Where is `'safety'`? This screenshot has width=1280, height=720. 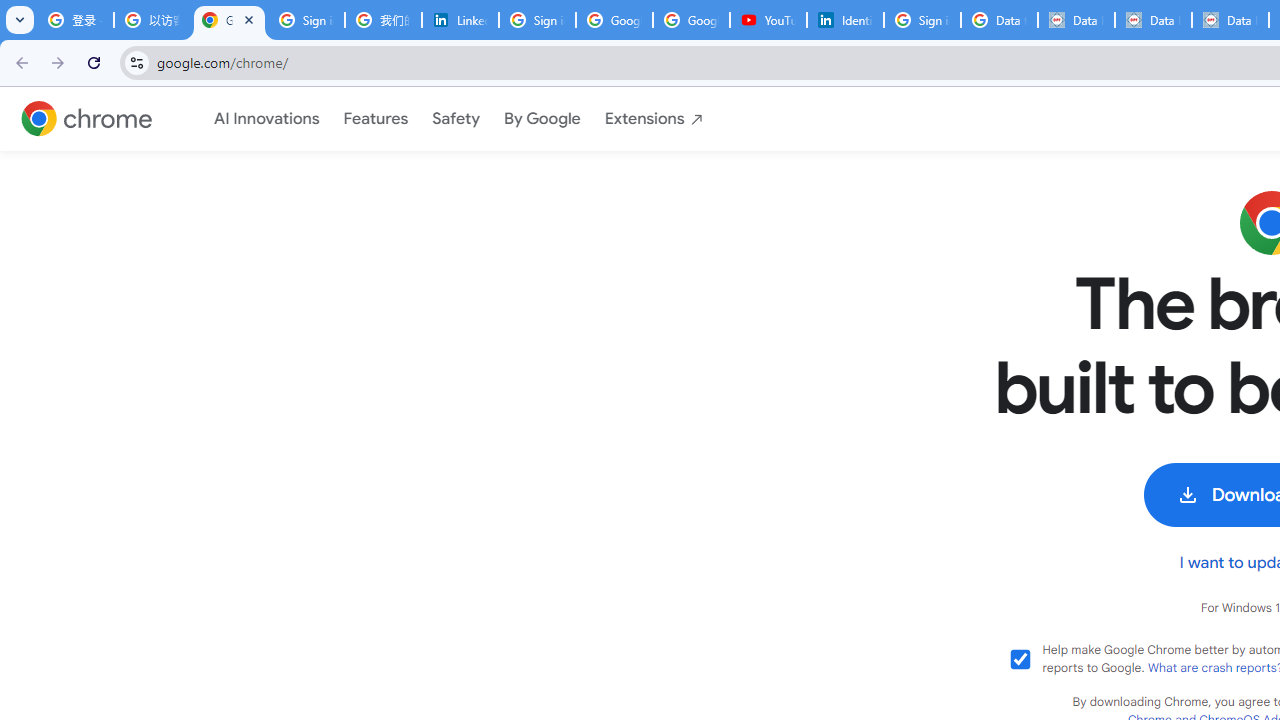 'safety' is located at coordinates (455, 119).